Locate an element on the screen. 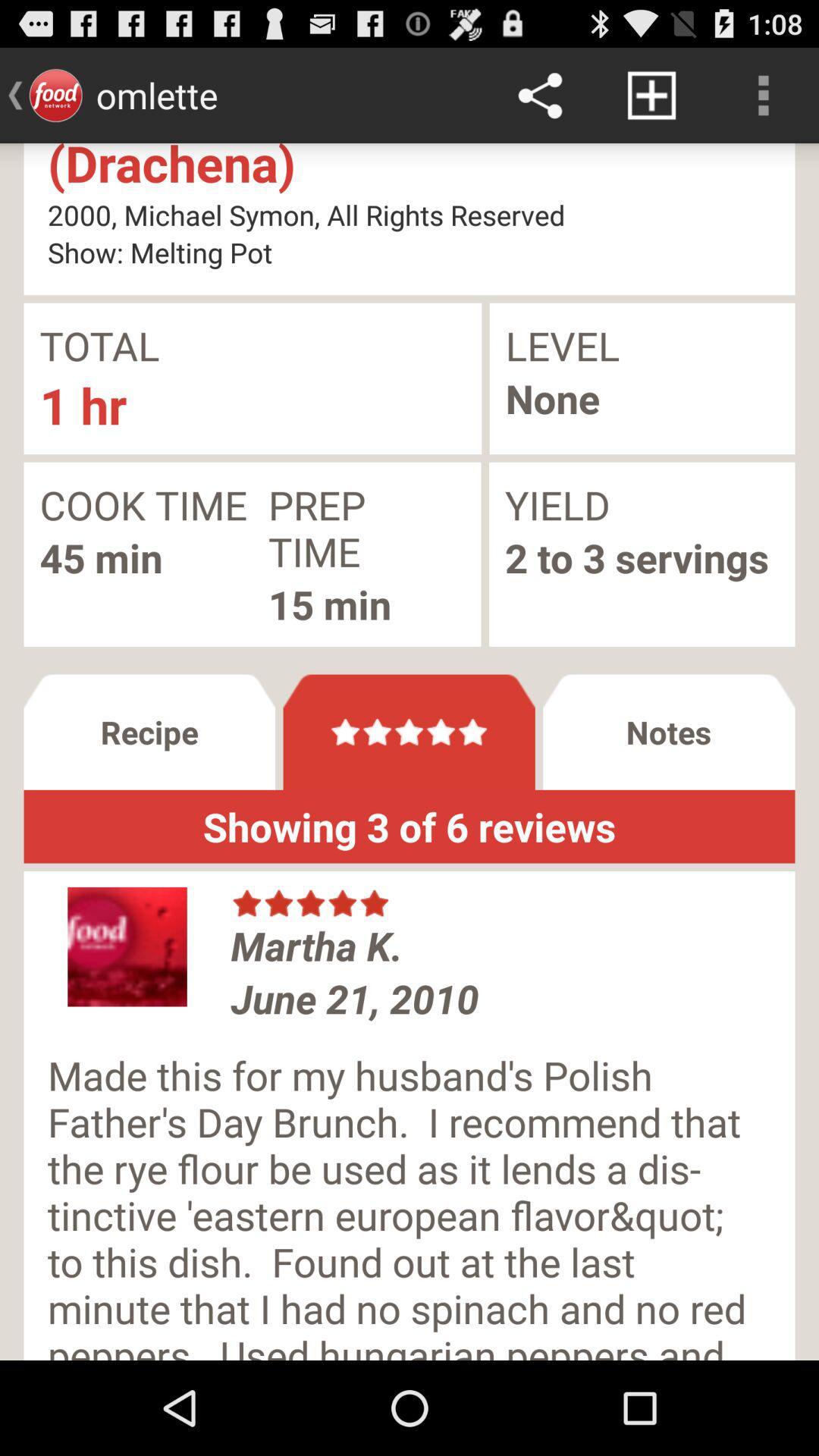  the notes button is located at coordinates (668, 732).